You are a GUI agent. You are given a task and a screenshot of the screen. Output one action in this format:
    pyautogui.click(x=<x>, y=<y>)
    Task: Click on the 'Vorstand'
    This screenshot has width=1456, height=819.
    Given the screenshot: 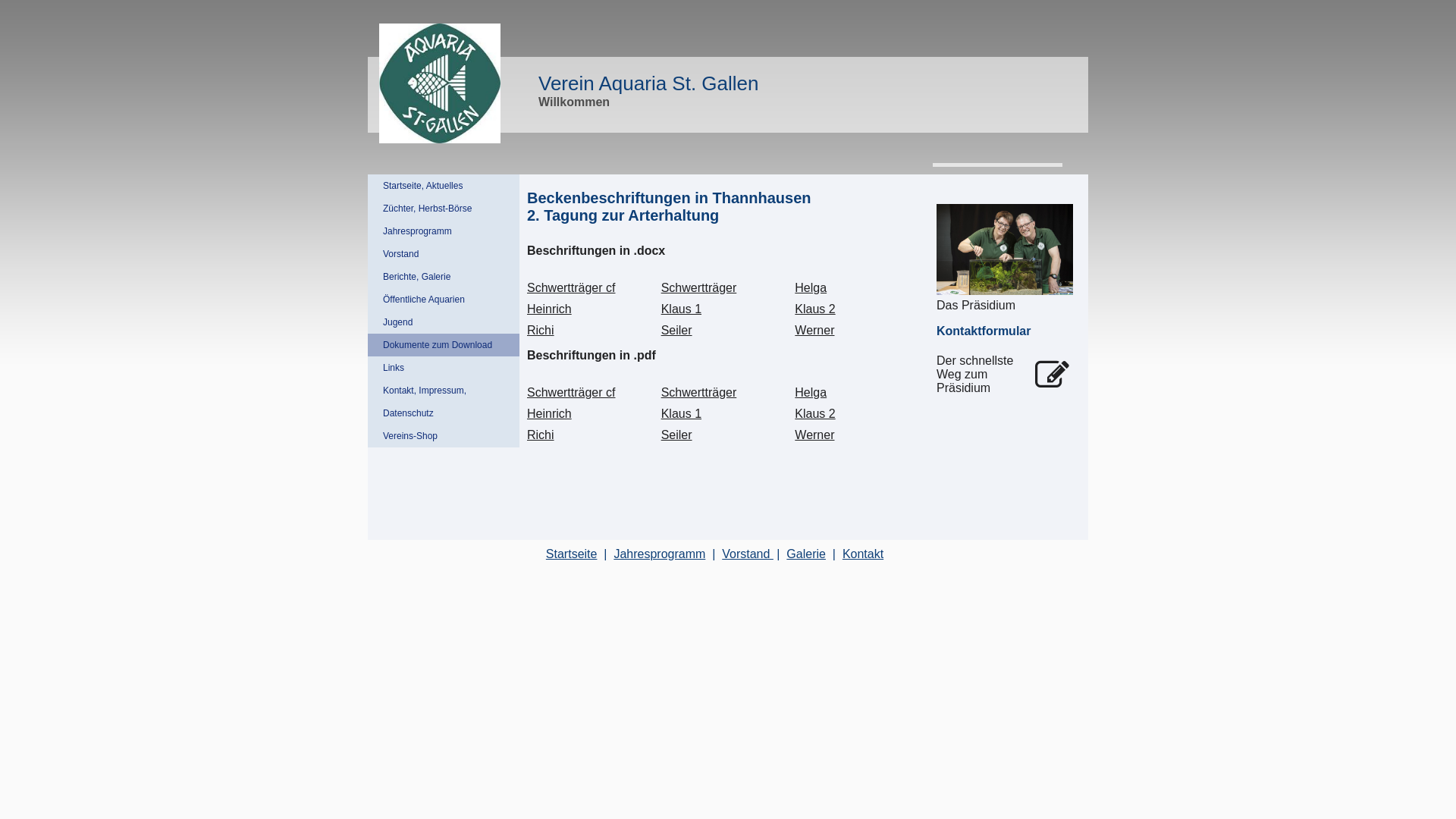 What is the action you would take?
    pyautogui.click(x=443, y=253)
    